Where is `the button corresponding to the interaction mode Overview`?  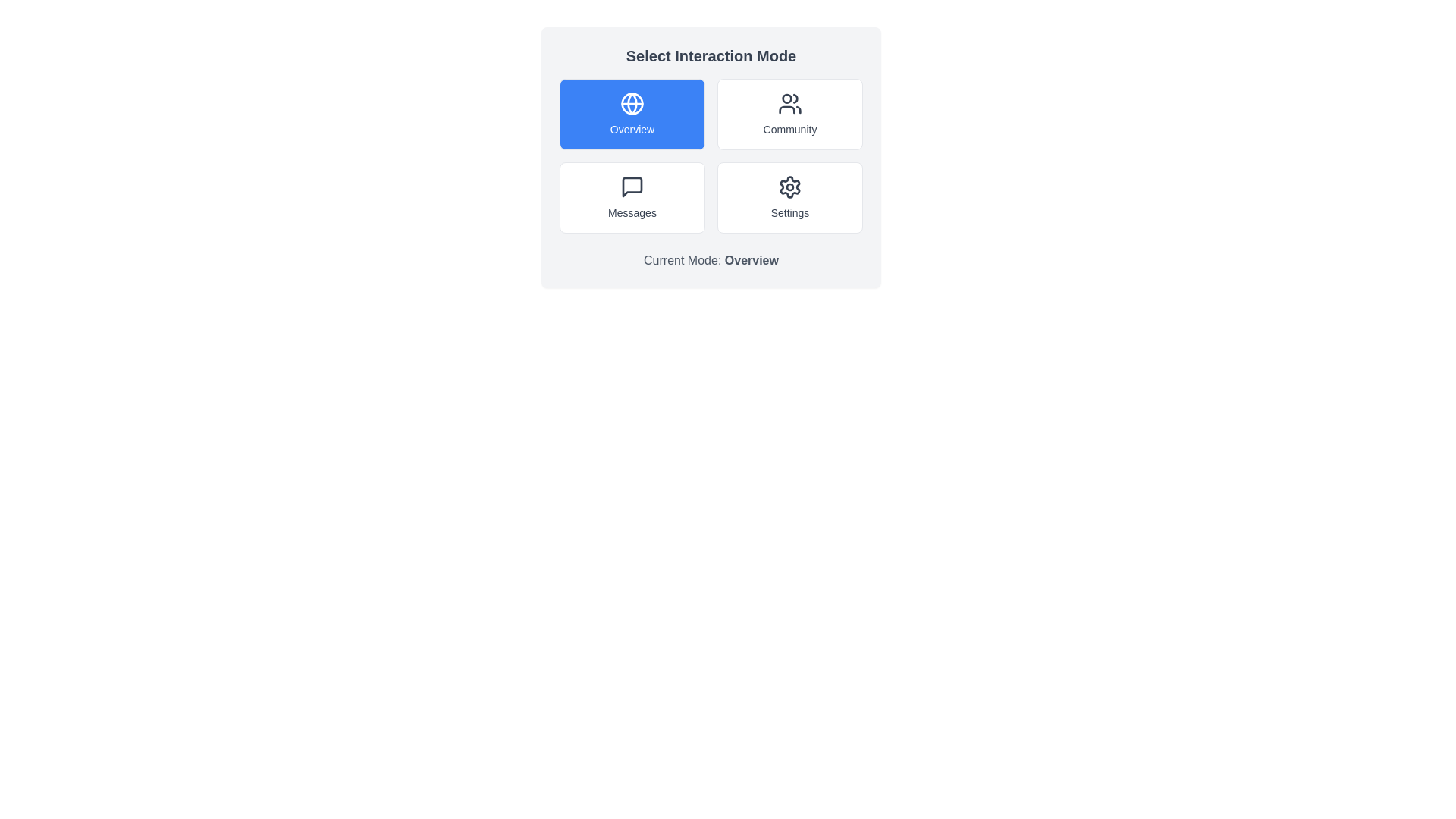 the button corresponding to the interaction mode Overview is located at coordinates (632, 113).